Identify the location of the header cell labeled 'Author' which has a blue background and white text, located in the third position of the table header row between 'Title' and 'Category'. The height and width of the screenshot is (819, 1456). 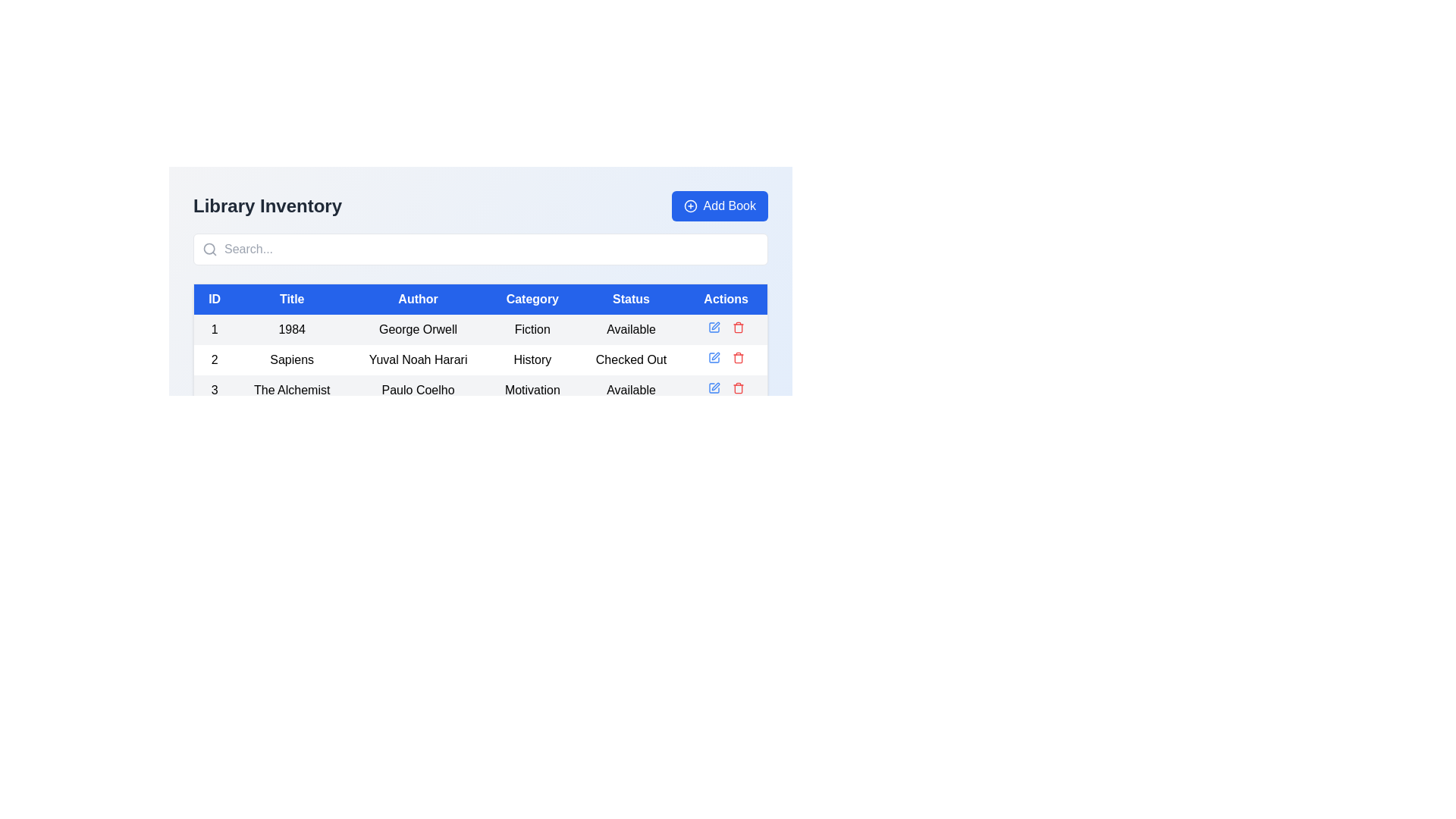
(418, 299).